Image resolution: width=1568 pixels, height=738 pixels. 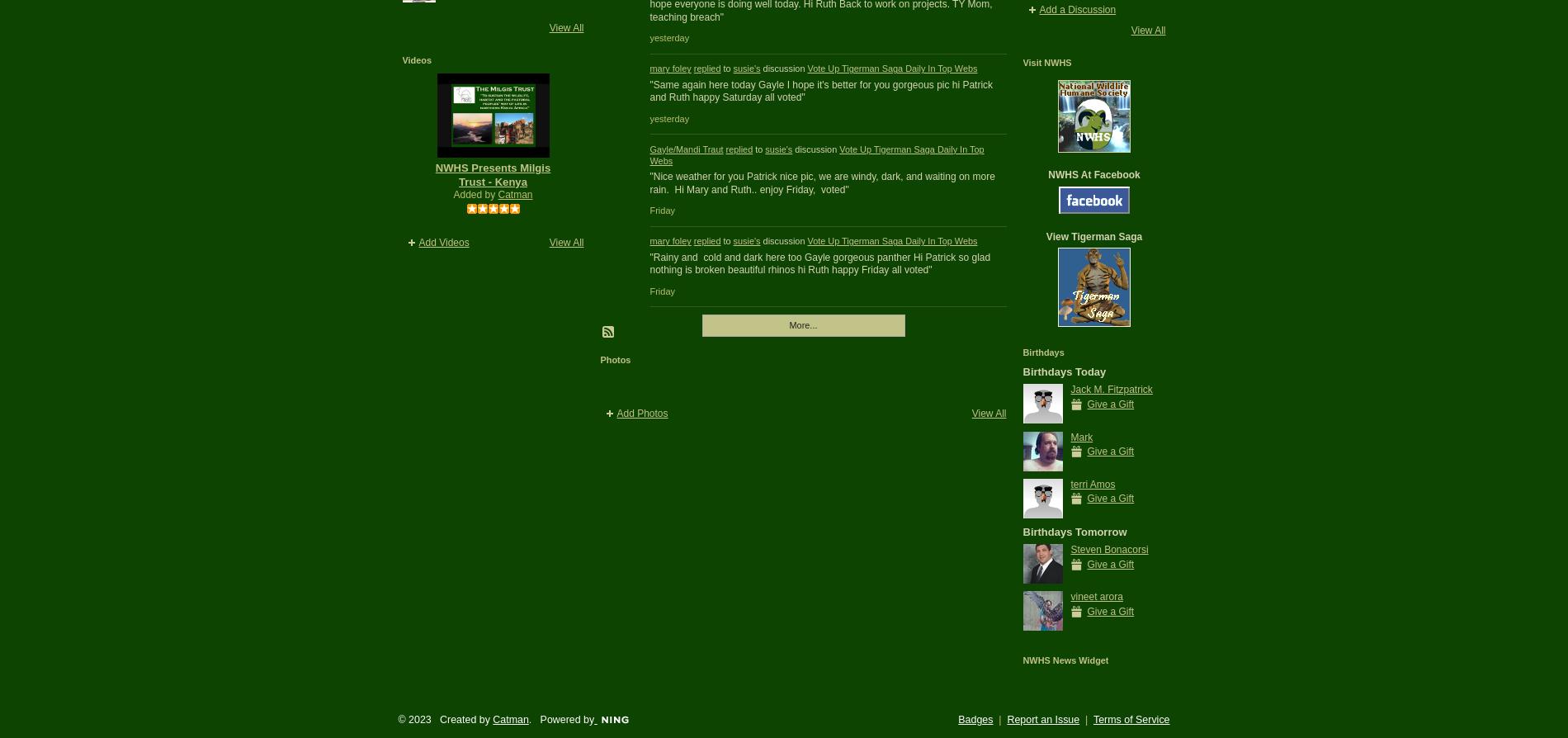 What do you see at coordinates (1021, 371) in the screenshot?
I see `'Birthdays Today'` at bounding box center [1021, 371].